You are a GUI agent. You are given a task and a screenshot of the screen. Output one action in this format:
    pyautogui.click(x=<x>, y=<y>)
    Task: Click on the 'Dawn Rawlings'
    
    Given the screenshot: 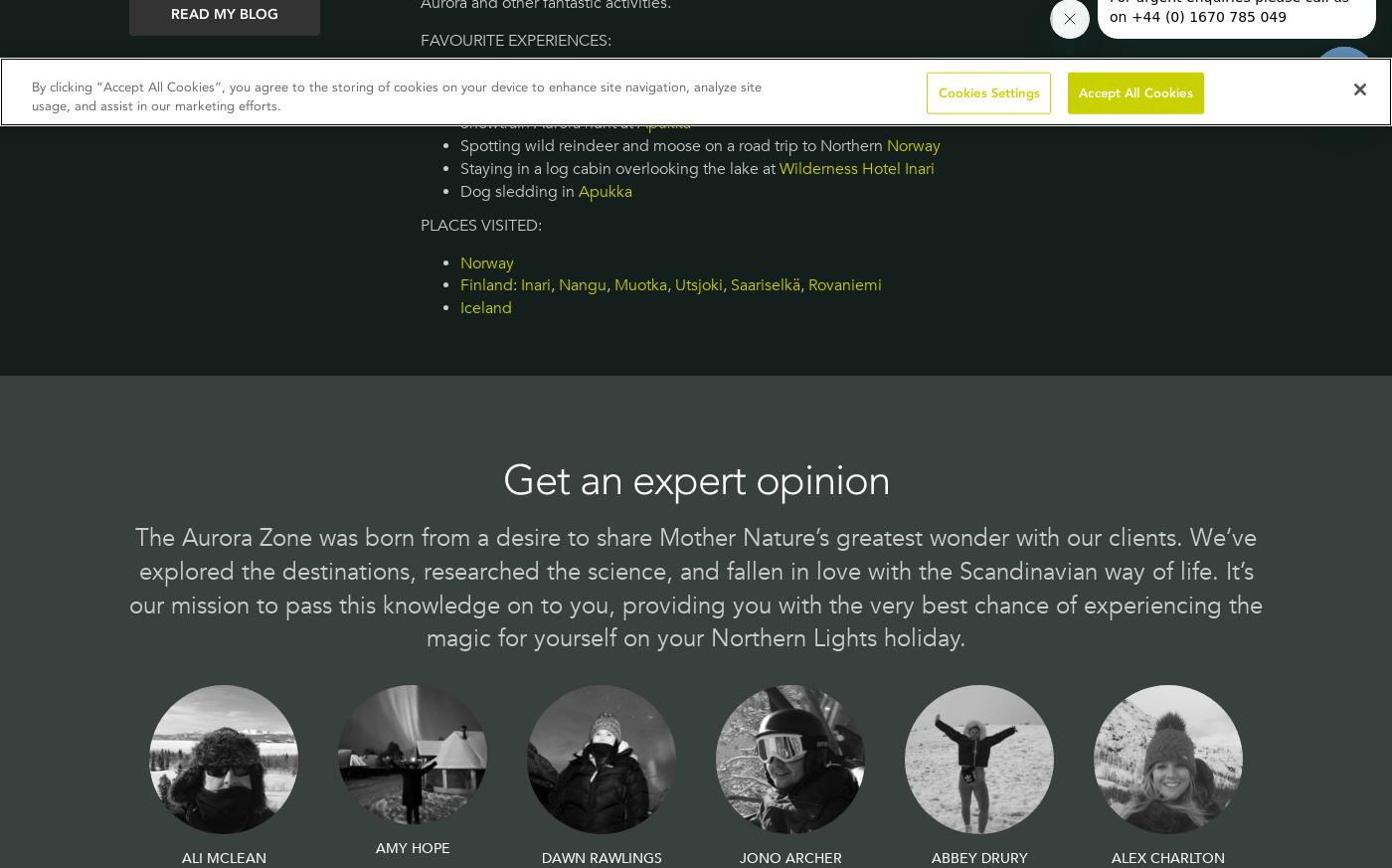 What is the action you would take?
    pyautogui.click(x=601, y=857)
    